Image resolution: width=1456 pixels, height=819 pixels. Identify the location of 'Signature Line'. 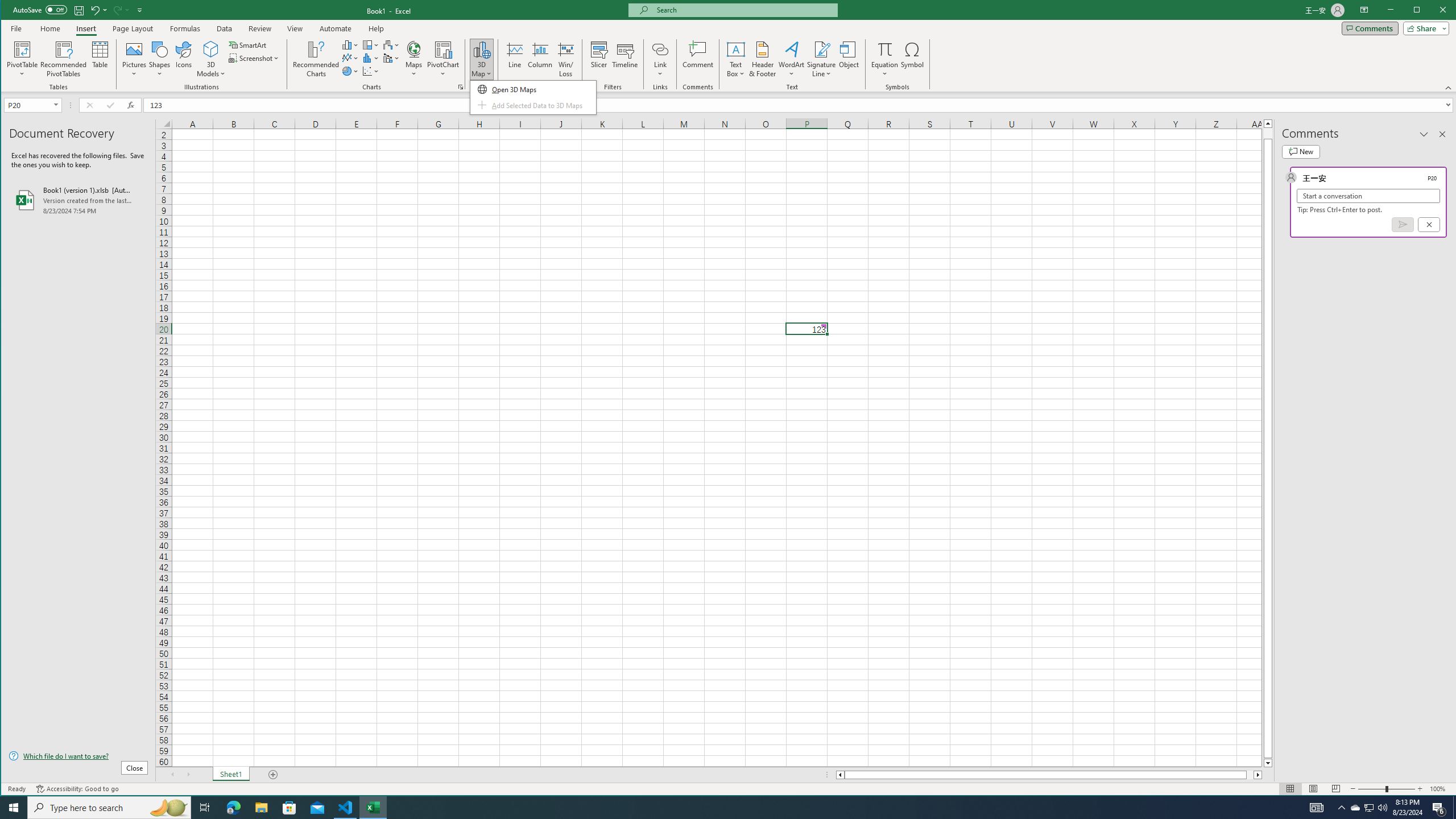
(821, 59).